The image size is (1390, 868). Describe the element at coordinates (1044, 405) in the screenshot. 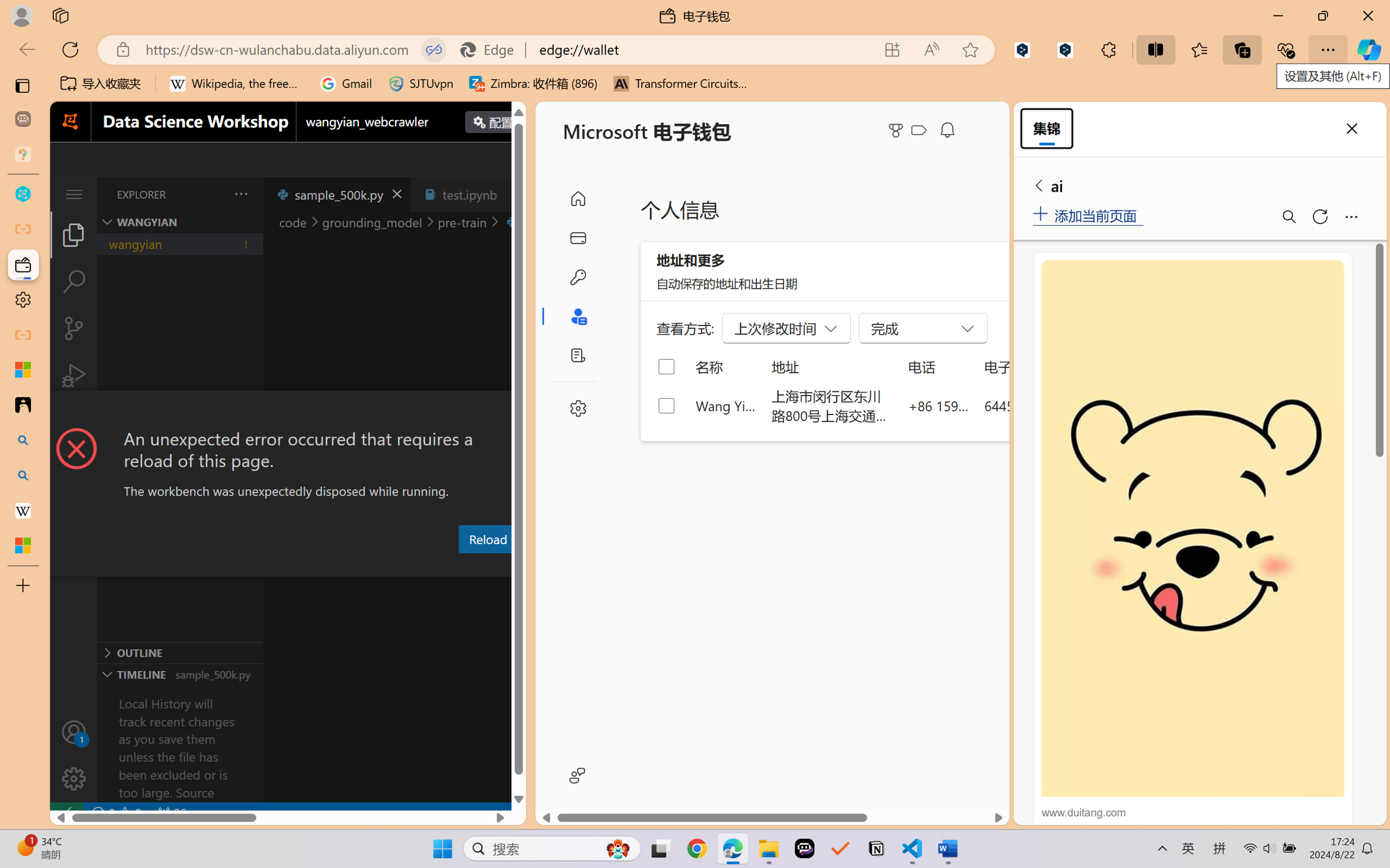

I see `'644553698@qq.com'` at that location.